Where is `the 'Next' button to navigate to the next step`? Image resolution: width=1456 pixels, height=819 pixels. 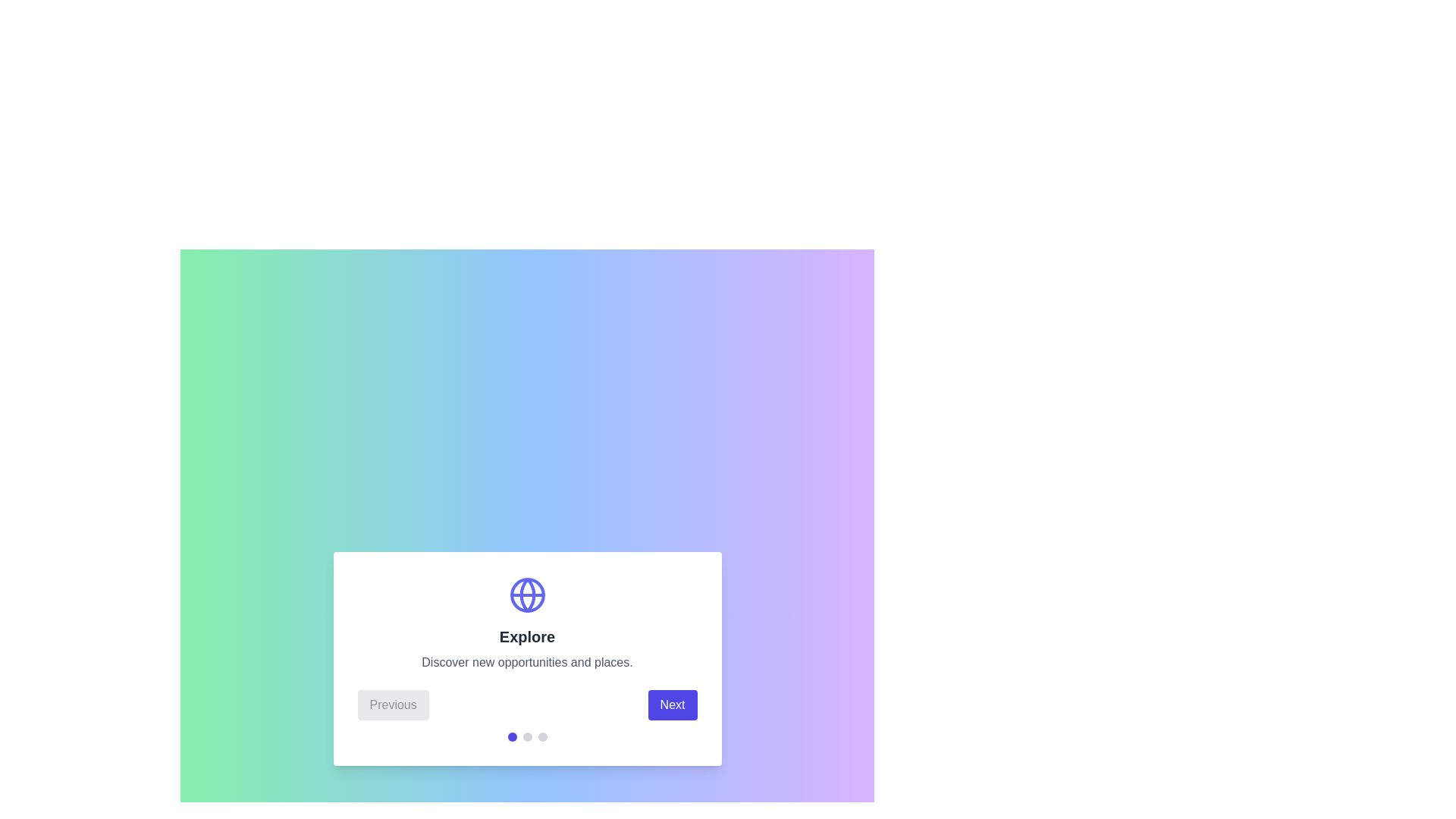
the 'Next' button to navigate to the next step is located at coordinates (672, 704).